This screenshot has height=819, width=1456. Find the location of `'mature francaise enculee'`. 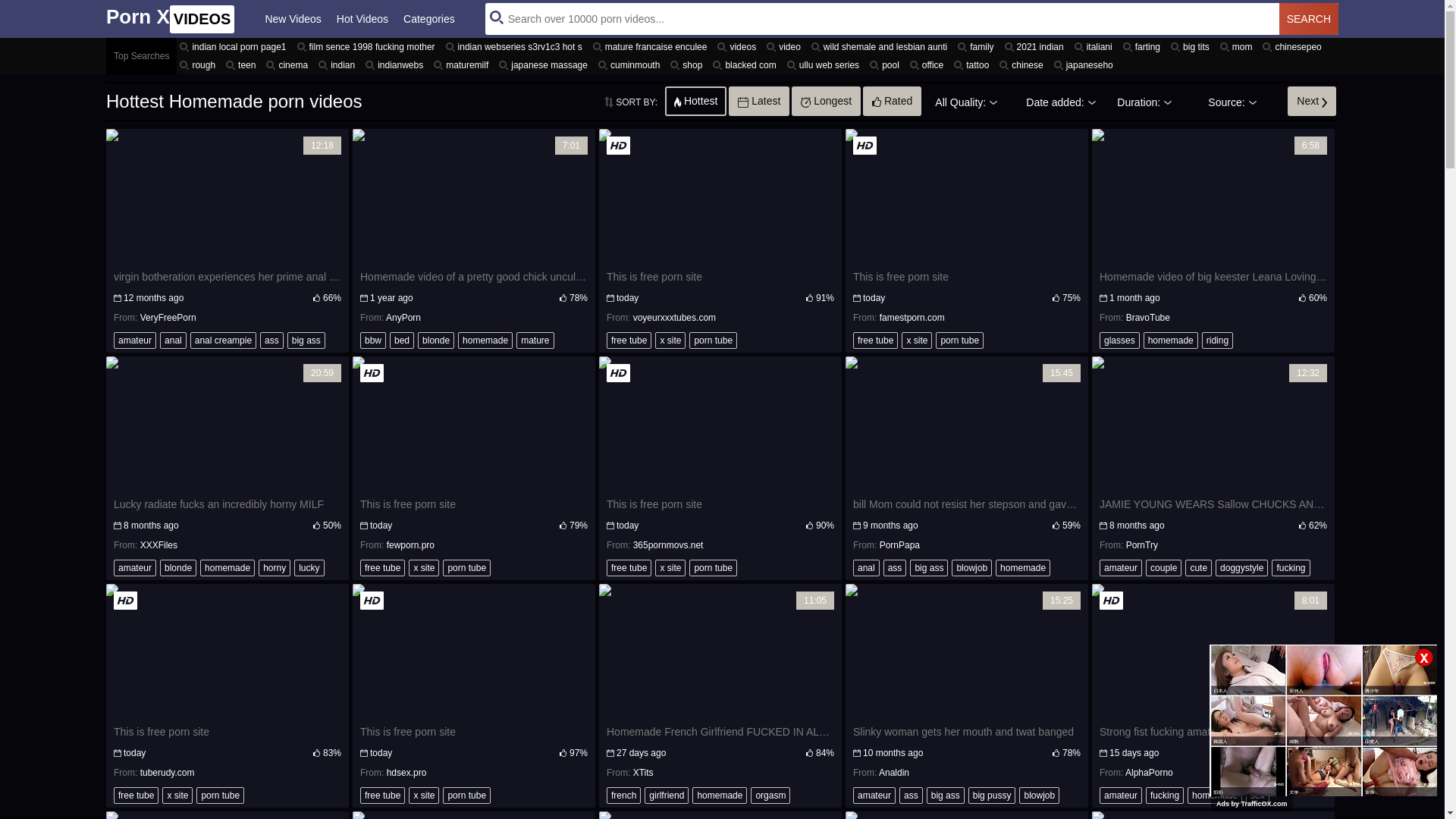

'mature francaise enculee' is located at coordinates (588, 45).